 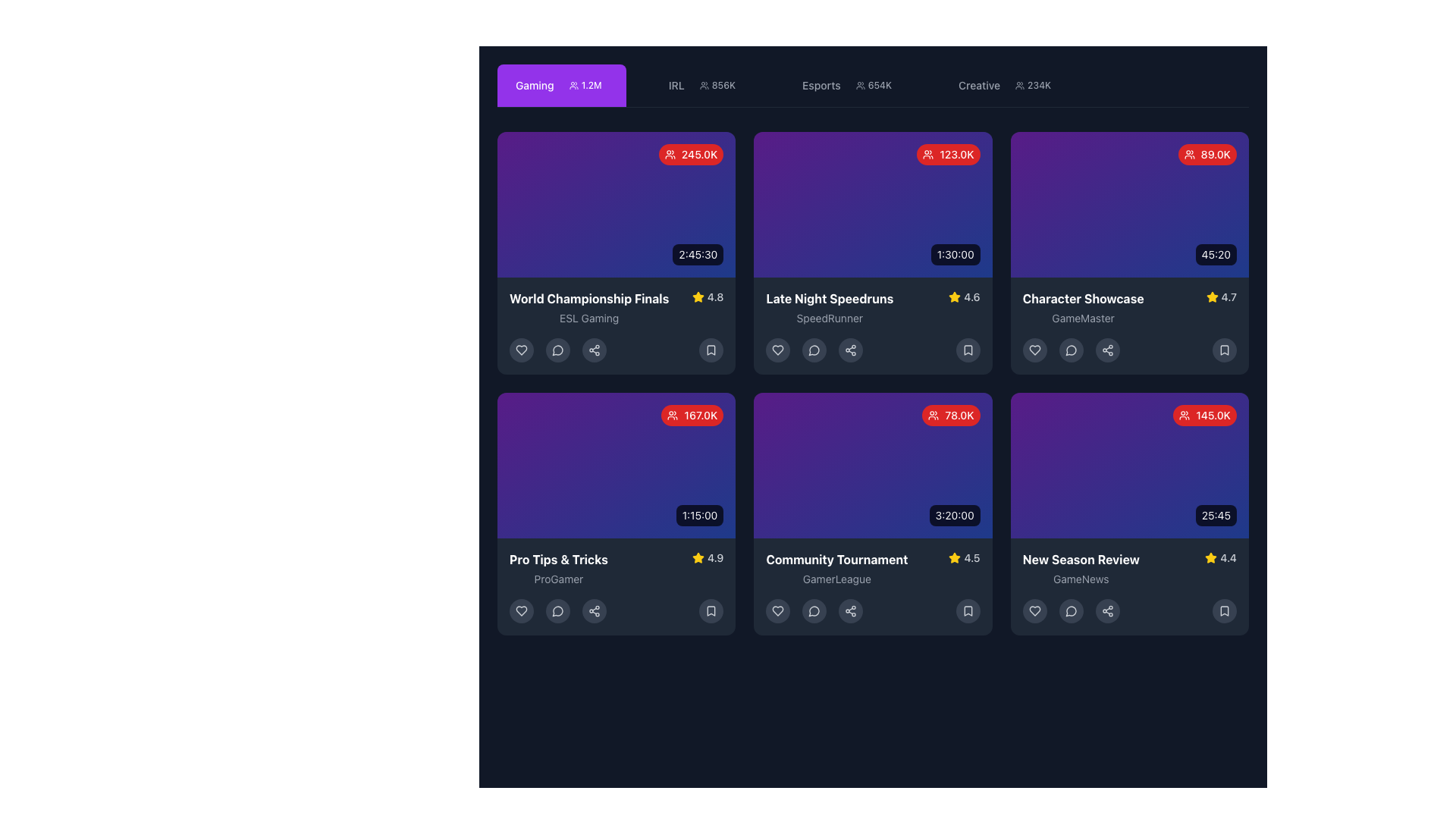 I want to click on the group of users icon located to the left of the count '654K' within the 'Esports' tab in the navigation bar, so click(x=860, y=85).